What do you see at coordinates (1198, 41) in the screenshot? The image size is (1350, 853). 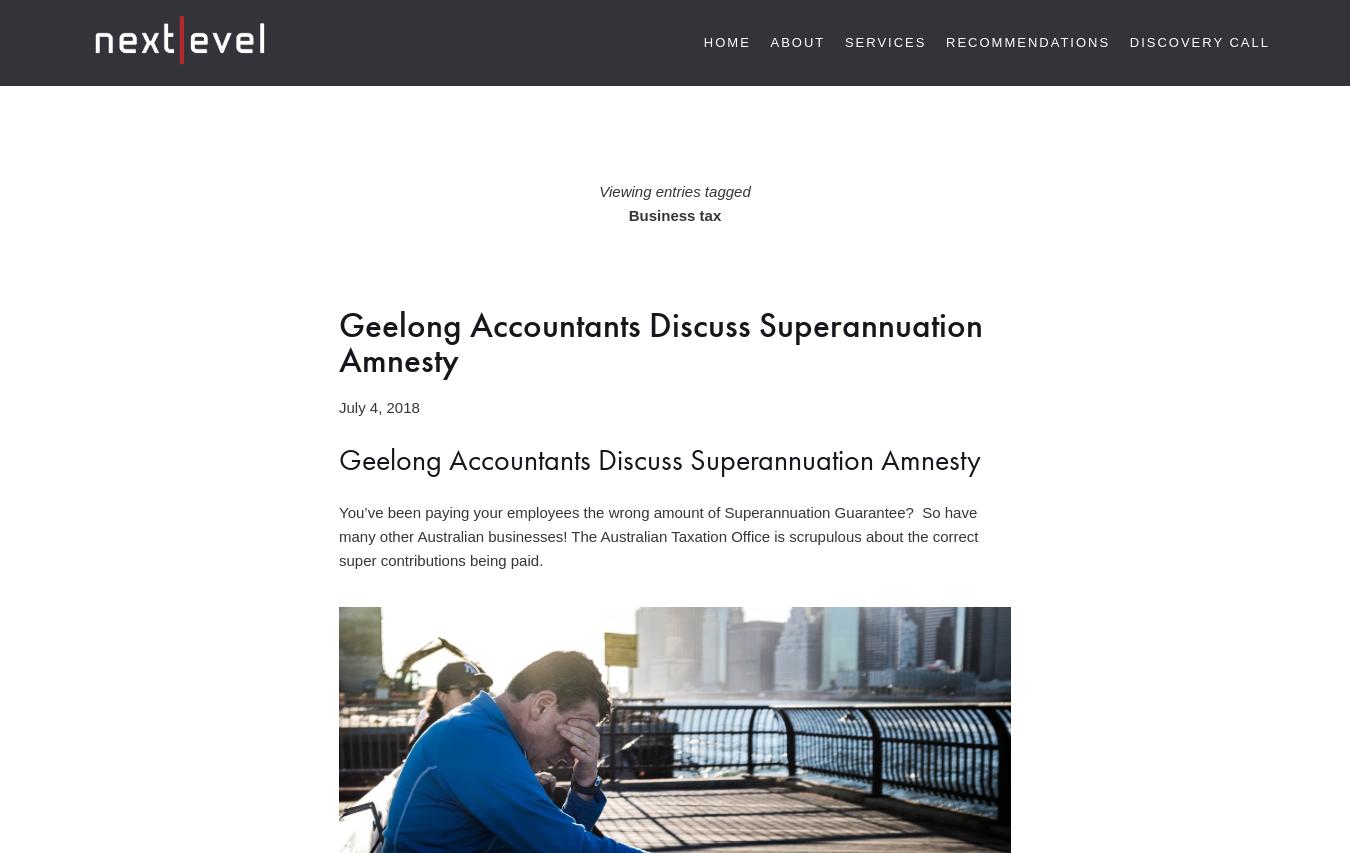 I see `'Discovery Call'` at bounding box center [1198, 41].